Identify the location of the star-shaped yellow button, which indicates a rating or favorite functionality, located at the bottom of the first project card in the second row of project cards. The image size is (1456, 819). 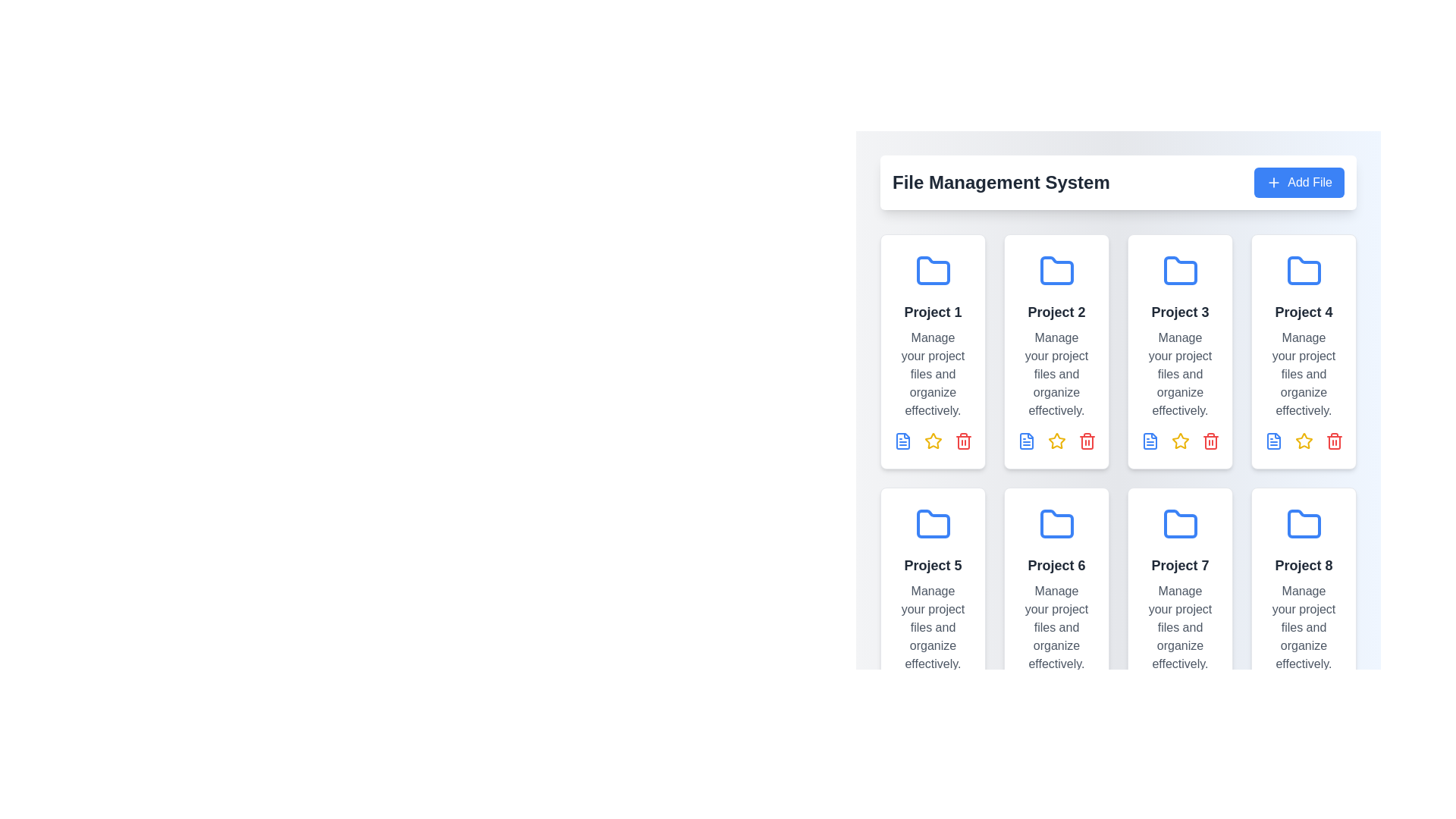
(1056, 441).